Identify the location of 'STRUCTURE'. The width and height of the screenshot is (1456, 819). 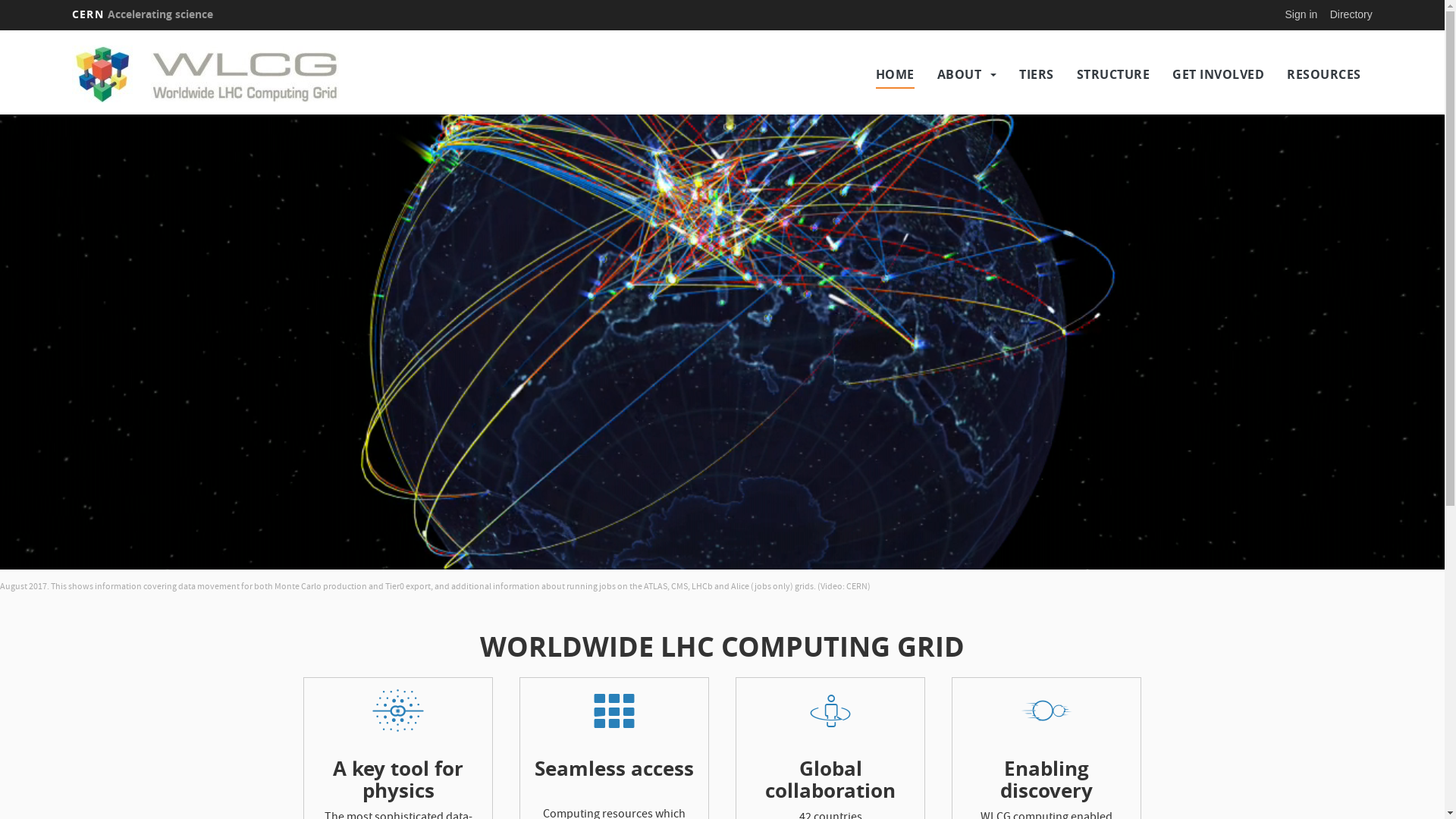
(1113, 74).